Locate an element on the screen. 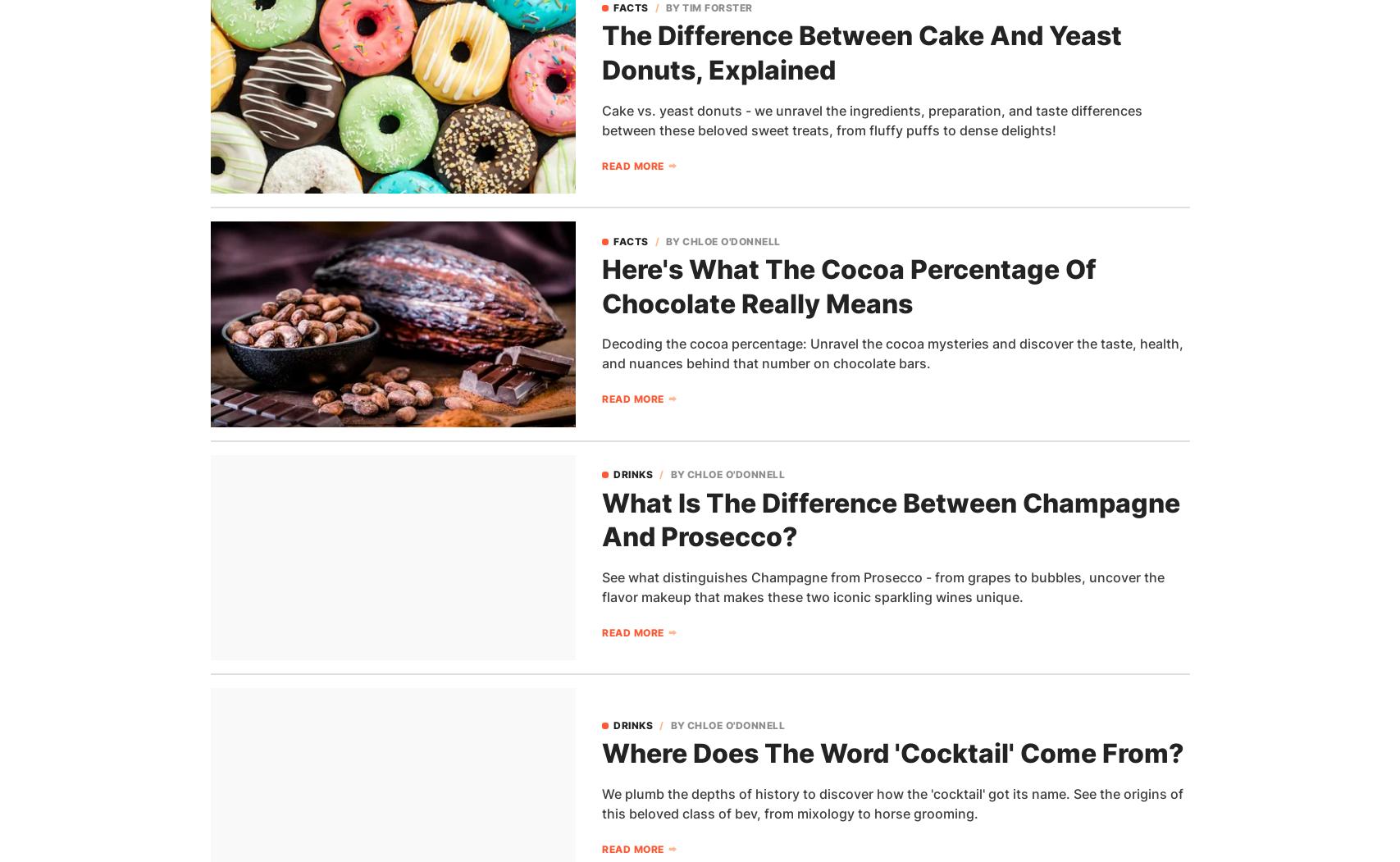  'Cake vs. yeast donuts - we unravel the ingredients, preparation, and taste differences between these beloved sweet treats, from fluffy puffs to dense delights!' is located at coordinates (602, 118).